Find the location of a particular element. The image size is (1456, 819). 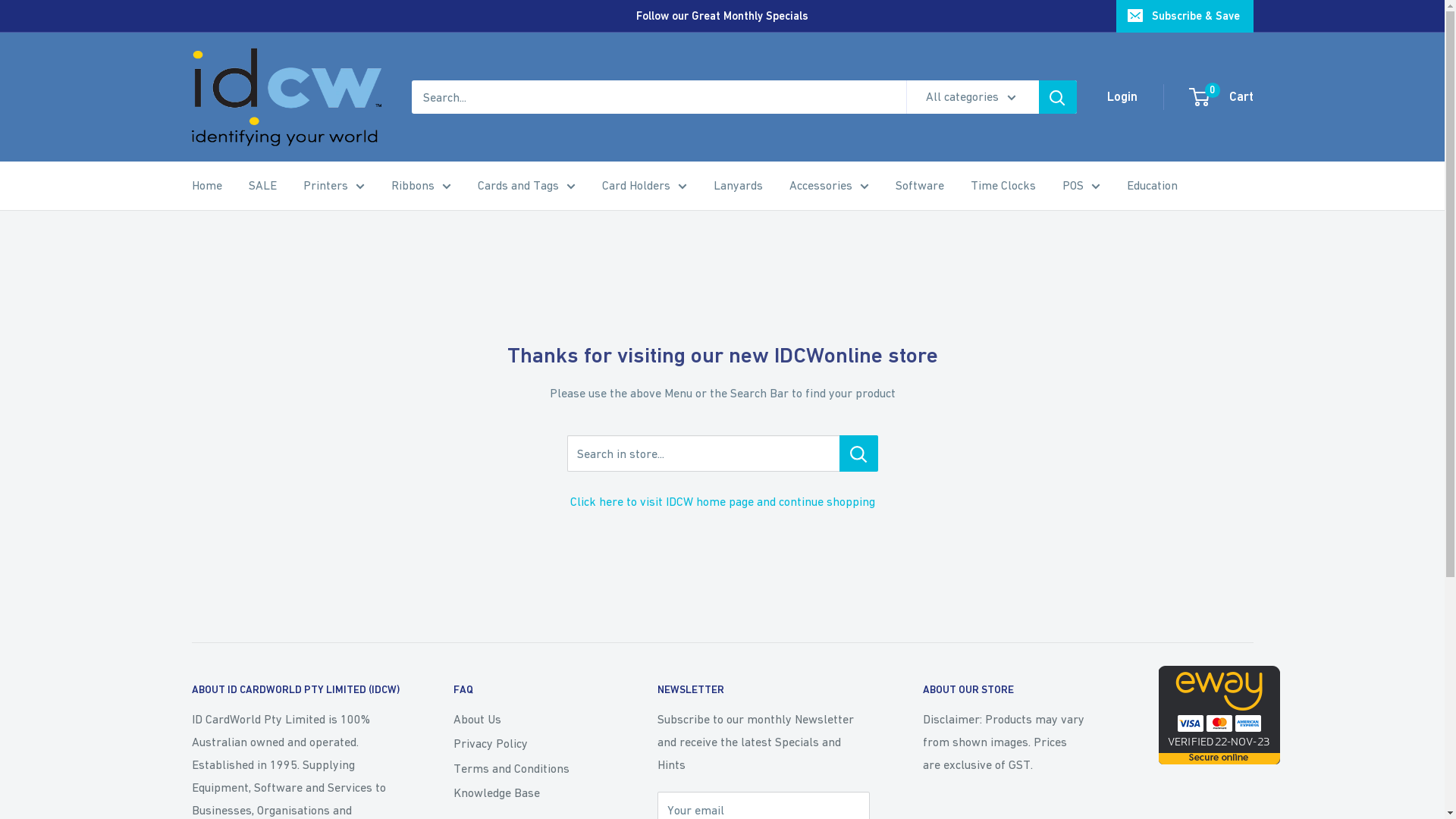

'Home' is located at coordinates (206, 185).